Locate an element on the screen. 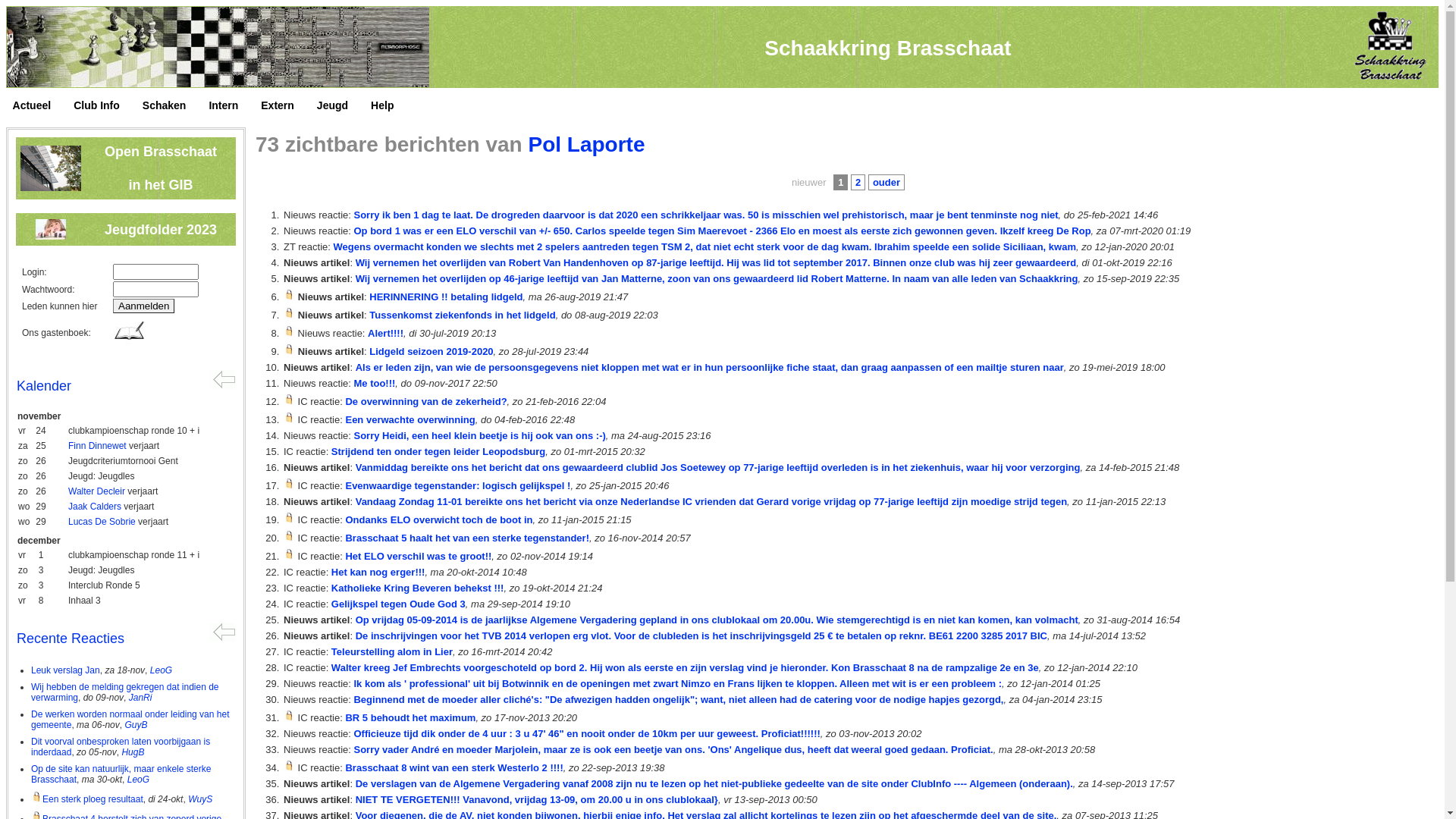 Image resolution: width=1456 pixels, height=819 pixels. ' ' is located at coordinates (8, 108).